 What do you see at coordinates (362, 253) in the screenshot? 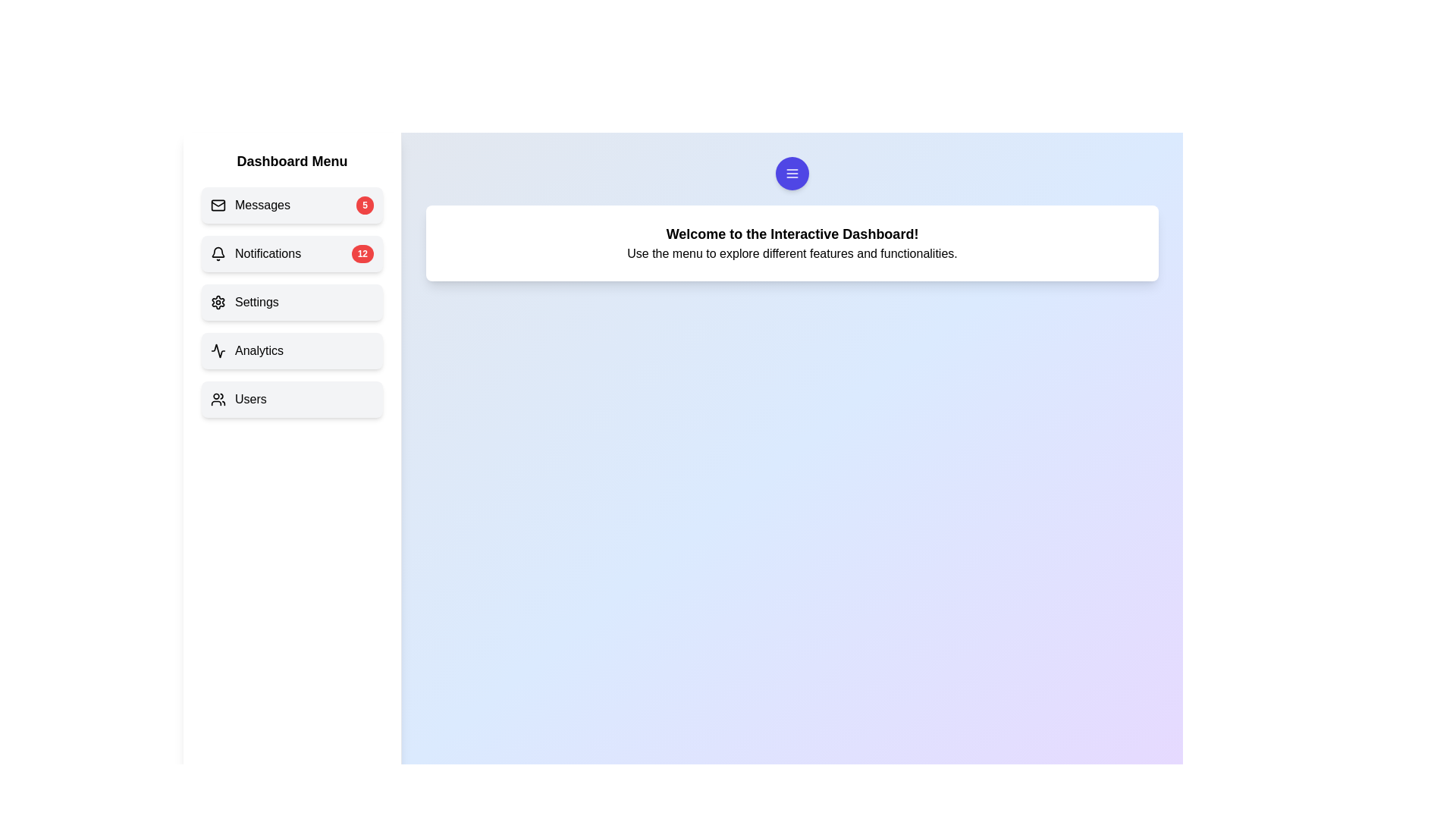
I see `the badge for Notifications to acknowledge it` at bounding box center [362, 253].